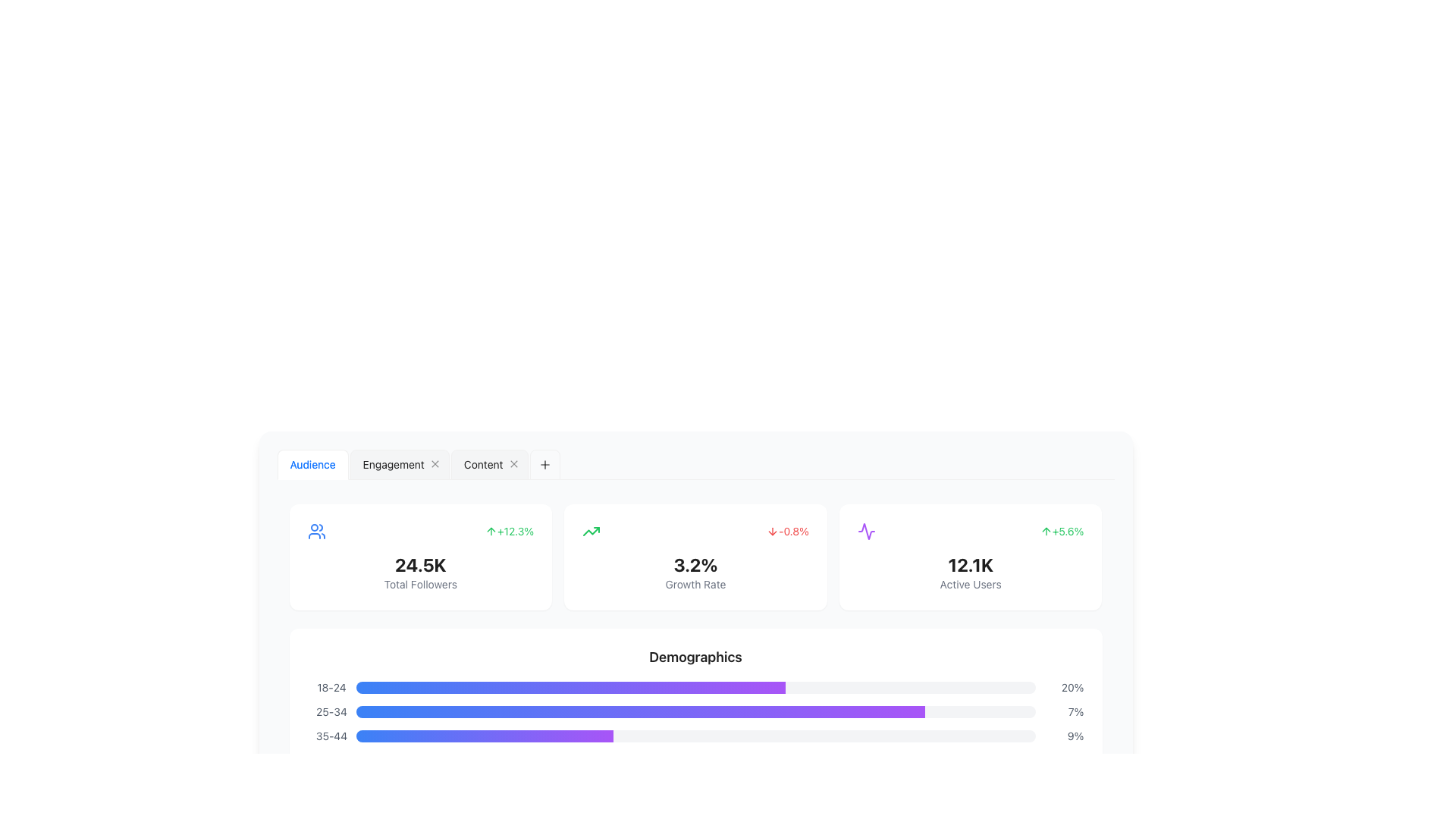 This screenshot has width=1456, height=819. What do you see at coordinates (312, 479) in the screenshot?
I see `the active tab indicator located at the bottom edge of the 'Audience' tab in the tabbed navigation interface` at bounding box center [312, 479].